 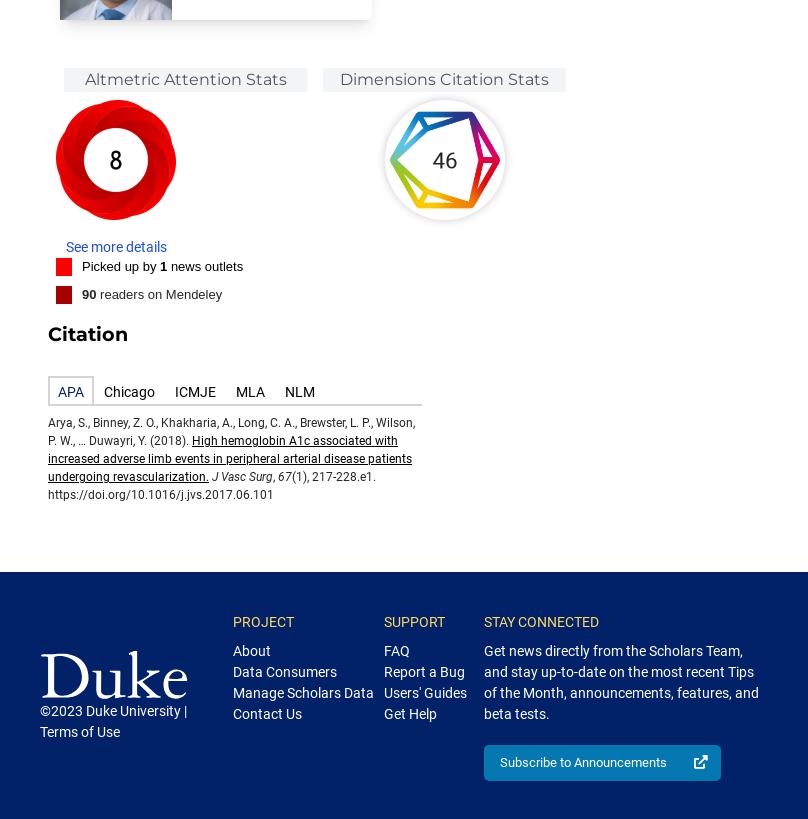 What do you see at coordinates (120, 264) in the screenshot?
I see `'Picked up by'` at bounding box center [120, 264].